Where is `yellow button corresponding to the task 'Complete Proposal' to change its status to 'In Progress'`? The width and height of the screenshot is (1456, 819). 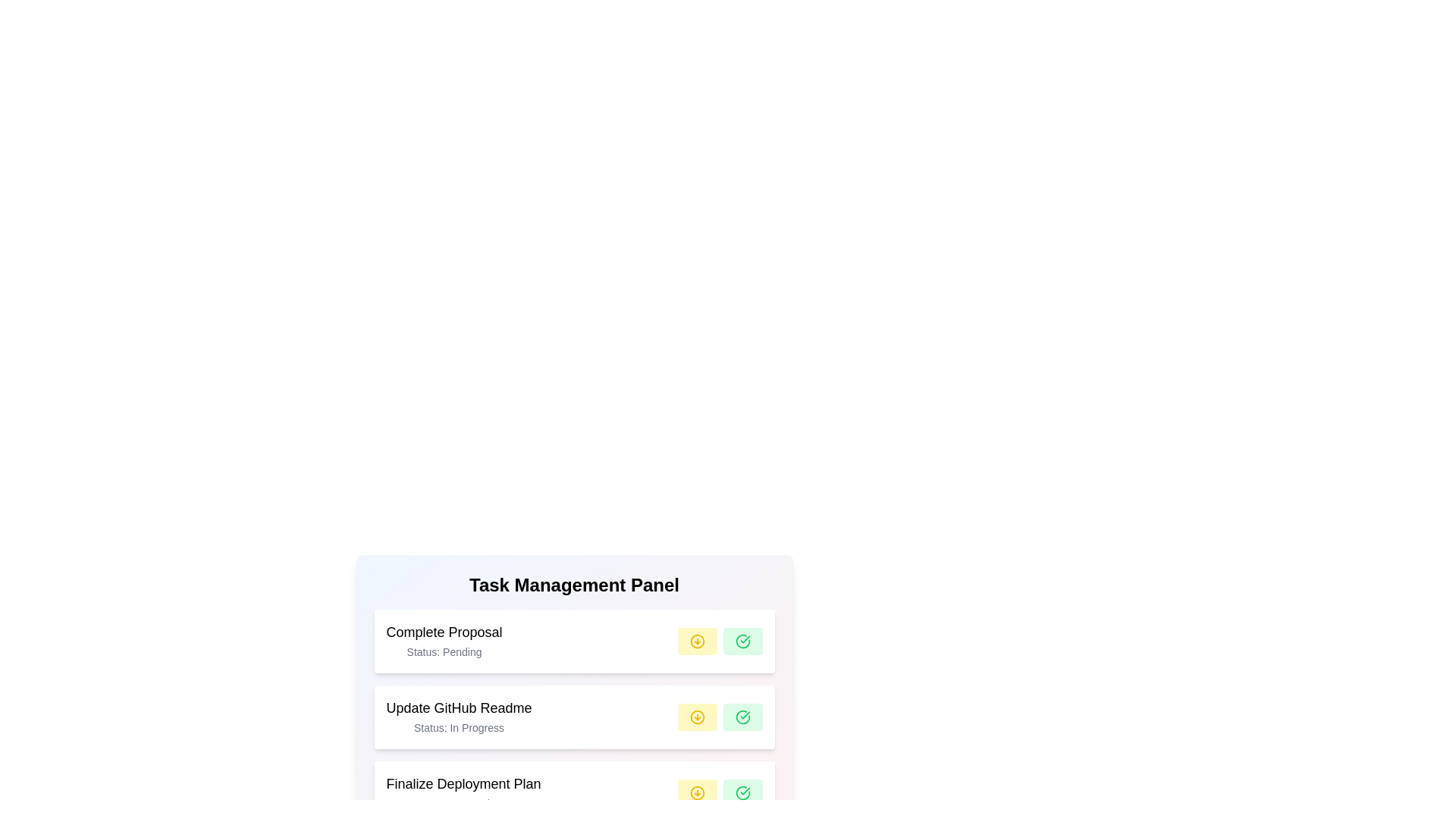 yellow button corresponding to the task 'Complete Proposal' to change its status to 'In Progress' is located at coordinates (696, 641).